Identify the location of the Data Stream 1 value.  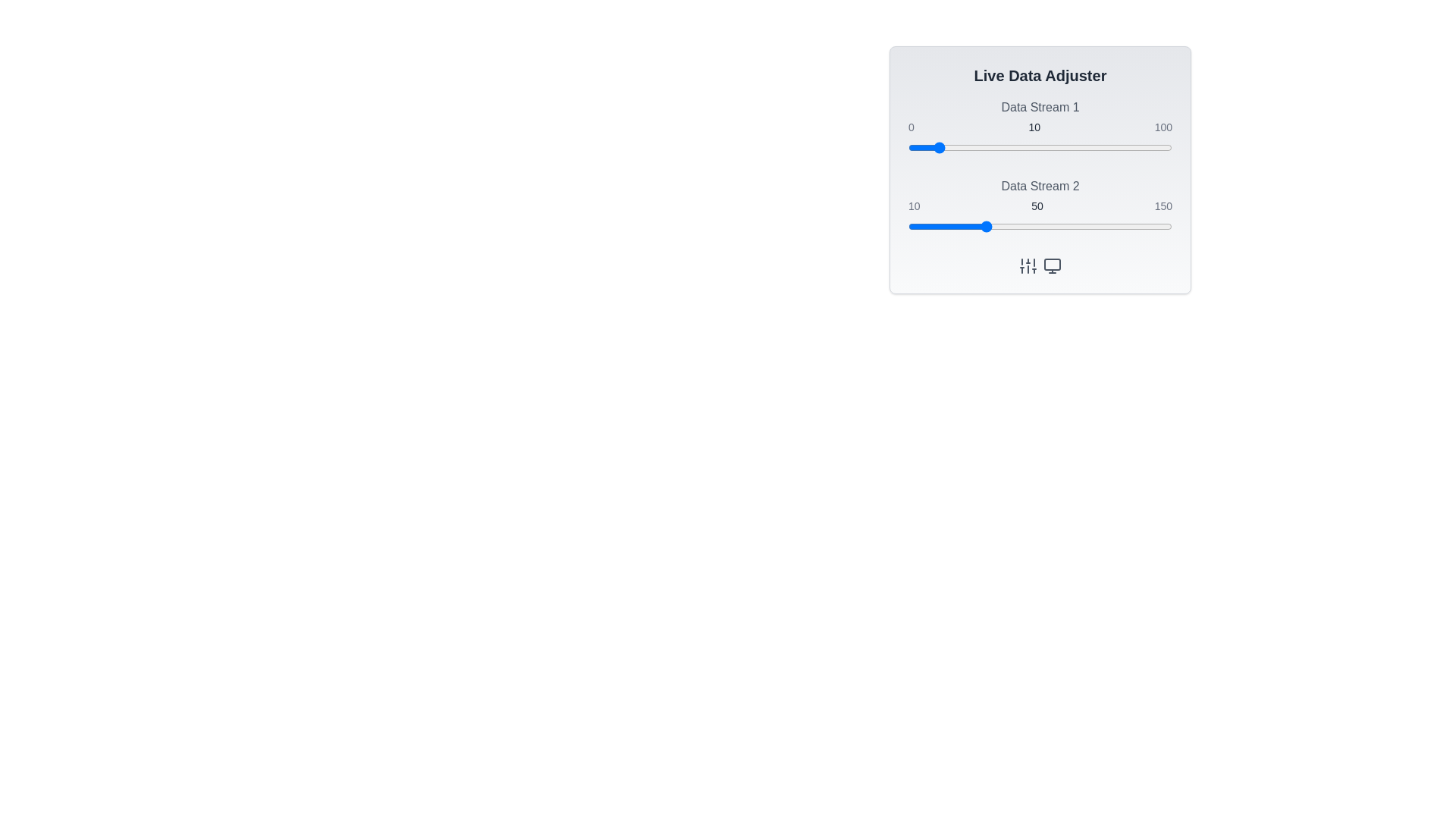
(1135, 148).